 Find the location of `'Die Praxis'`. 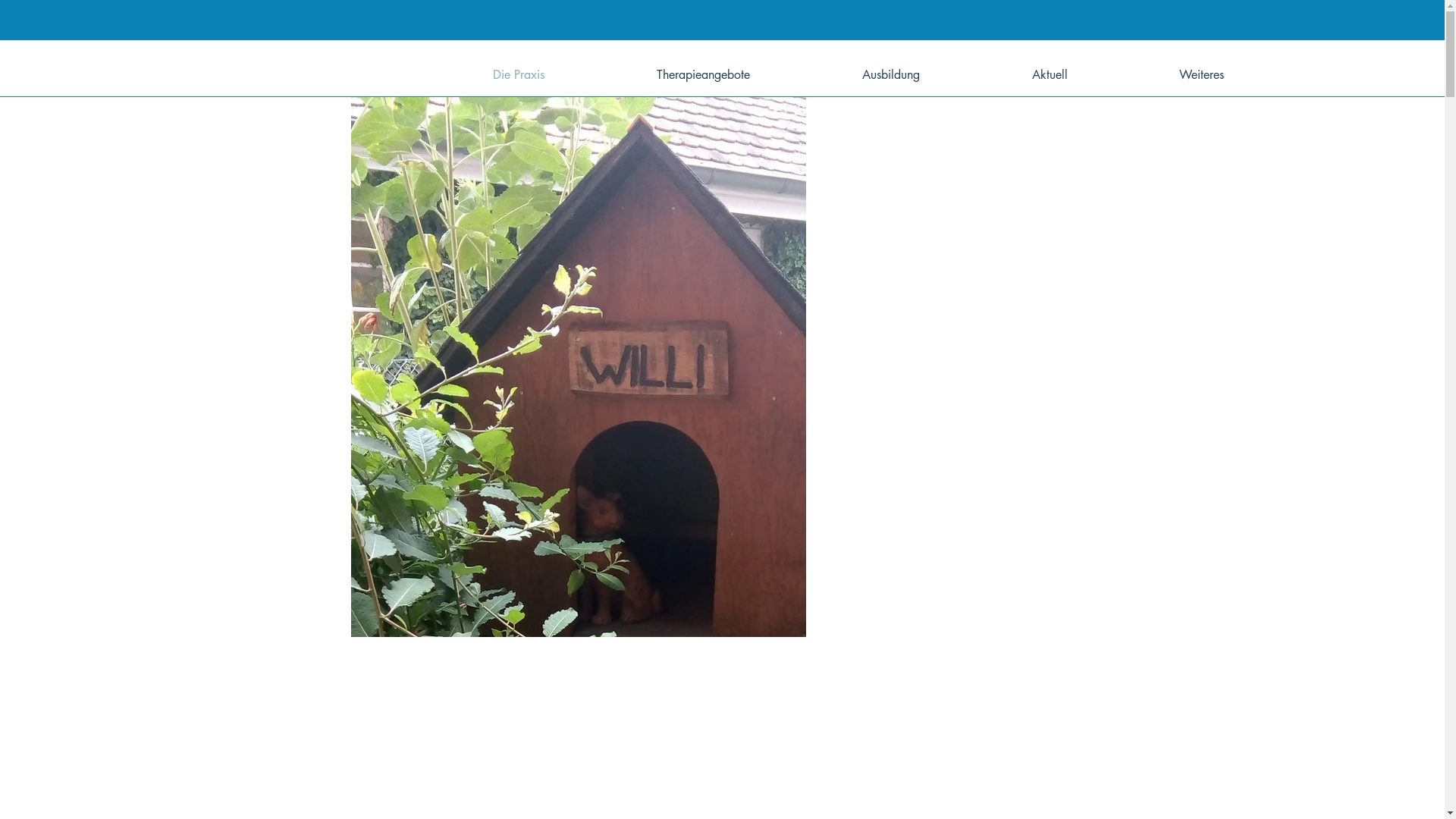

'Die Praxis' is located at coordinates (518, 74).